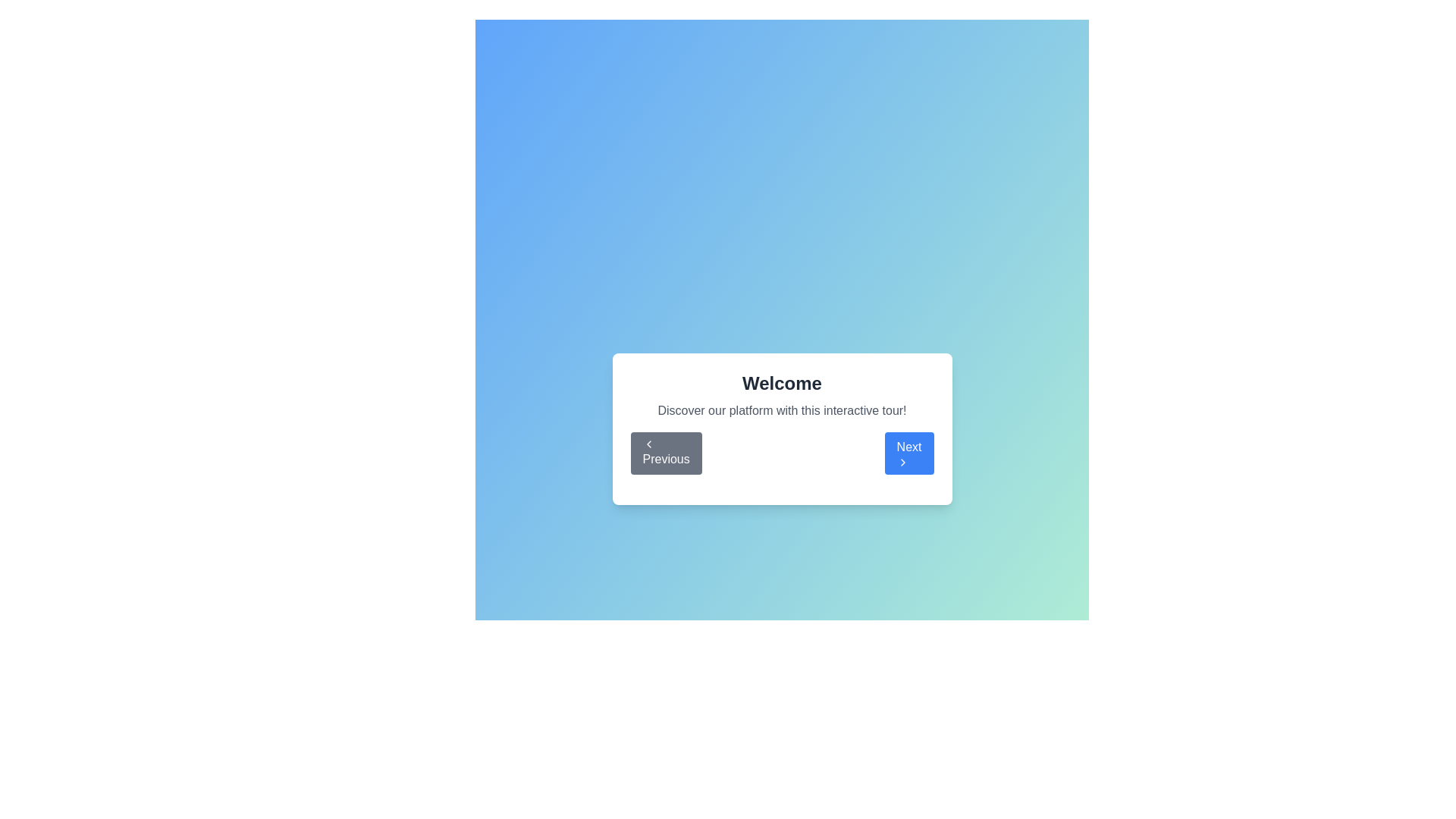  What do you see at coordinates (902, 461) in the screenshot?
I see `the chevron icon within the 'Next' button located at the bottom-right of the dialog box to indicate progression to the next step` at bounding box center [902, 461].